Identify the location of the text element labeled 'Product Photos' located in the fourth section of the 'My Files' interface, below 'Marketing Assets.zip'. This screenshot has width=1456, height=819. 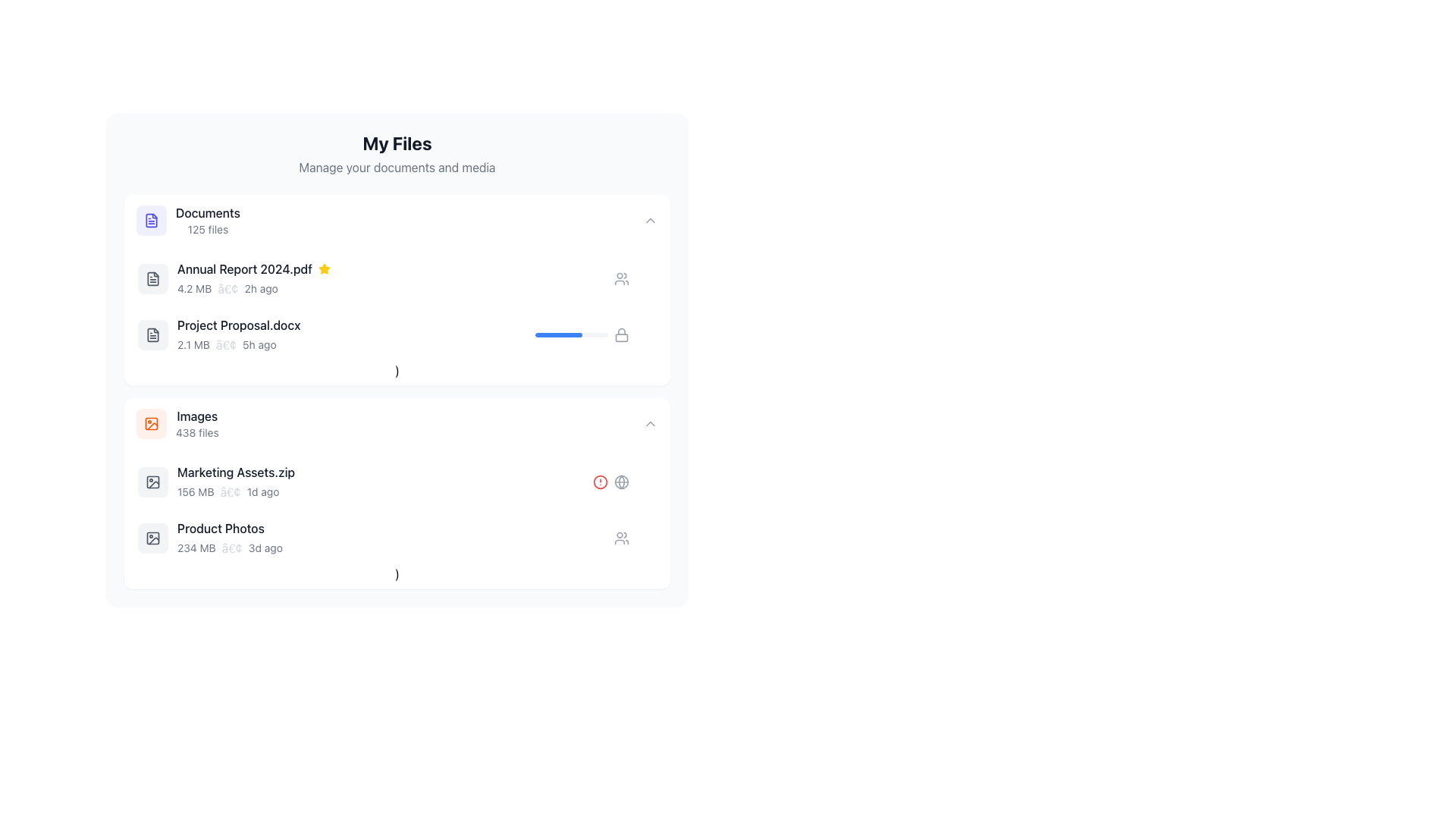
(220, 528).